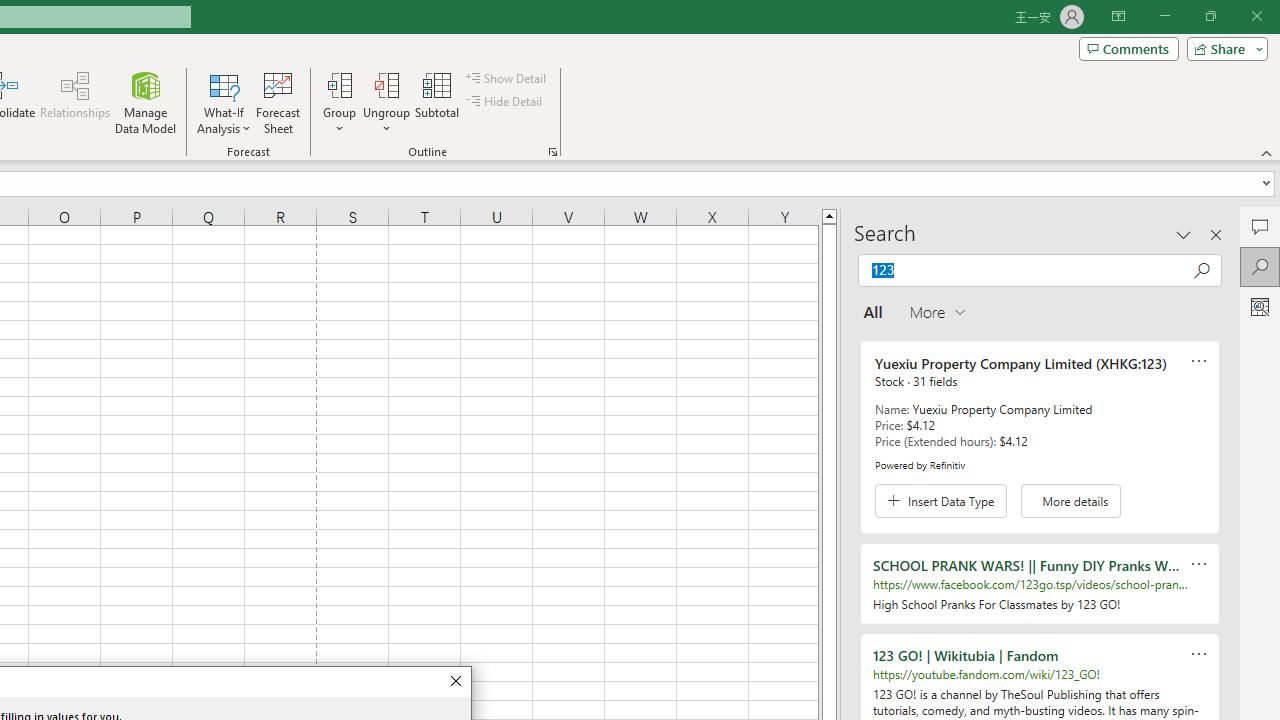  I want to click on 'Subtotal', so click(436, 103).